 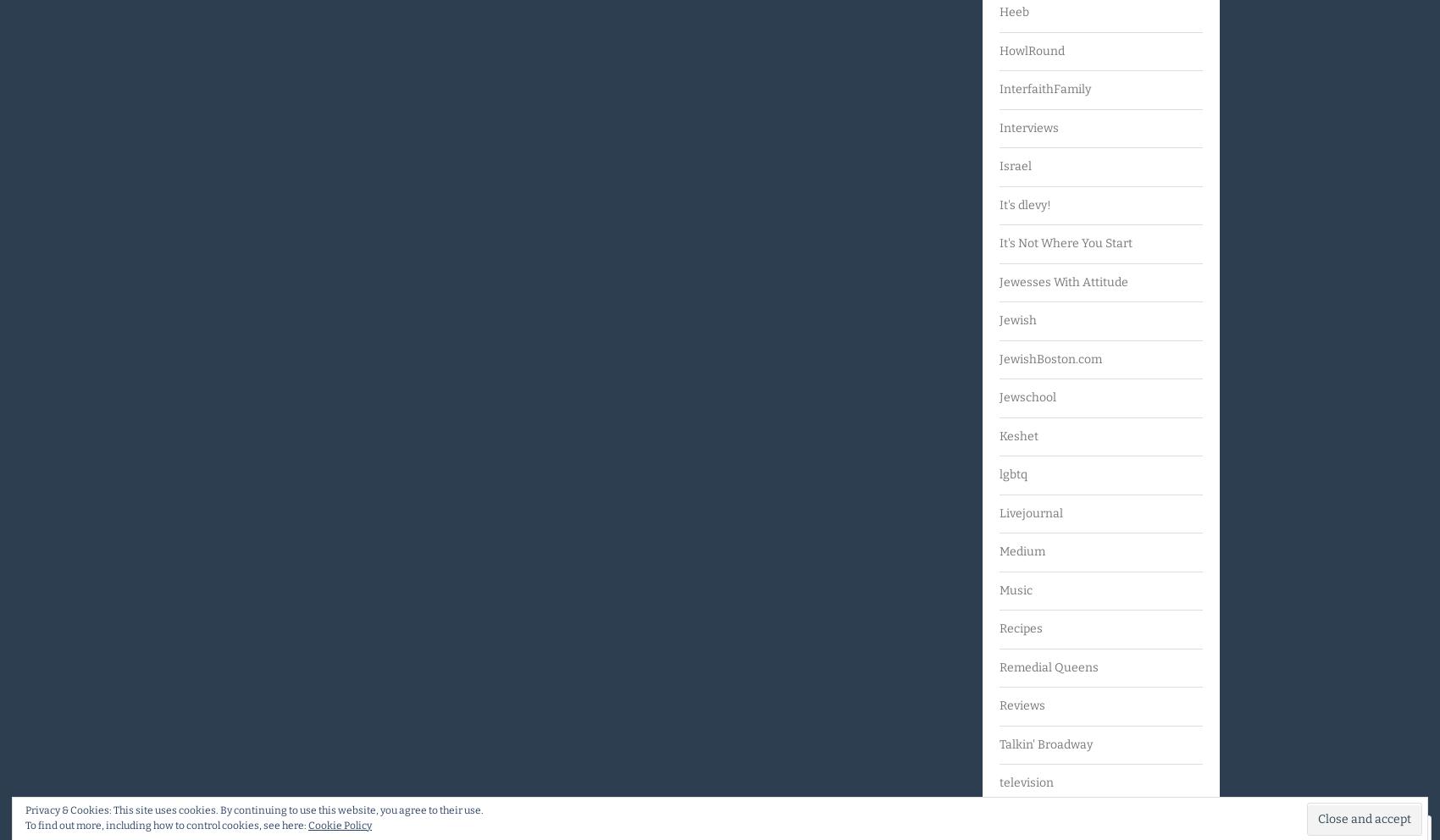 What do you see at coordinates (1015, 589) in the screenshot?
I see `'Music'` at bounding box center [1015, 589].